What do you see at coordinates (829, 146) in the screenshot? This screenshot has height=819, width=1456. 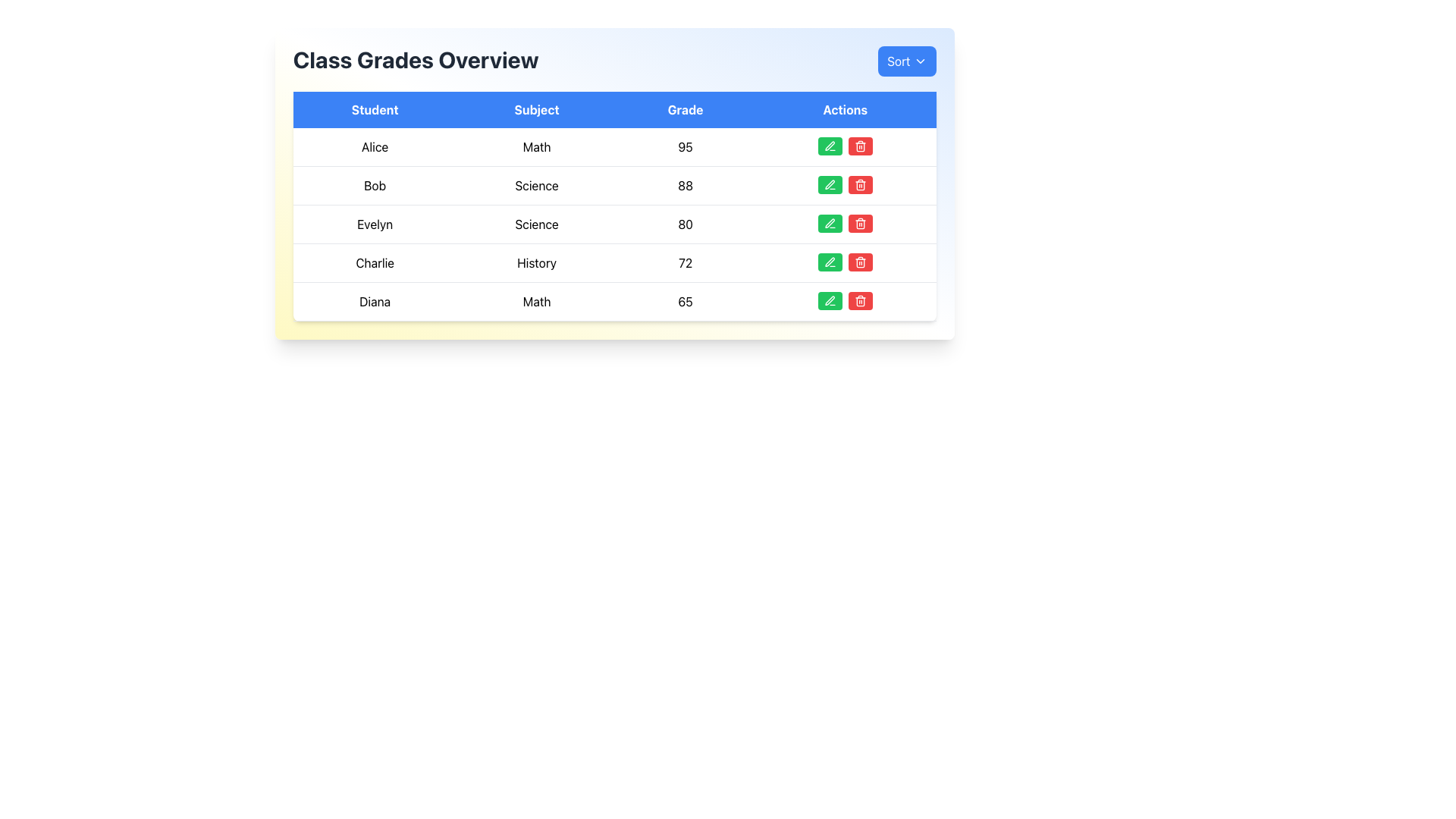 I see `the edit button located in the first row of the 'Actions' column in the table, which is positioned next to a red button with a trash can icon` at bounding box center [829, 146].